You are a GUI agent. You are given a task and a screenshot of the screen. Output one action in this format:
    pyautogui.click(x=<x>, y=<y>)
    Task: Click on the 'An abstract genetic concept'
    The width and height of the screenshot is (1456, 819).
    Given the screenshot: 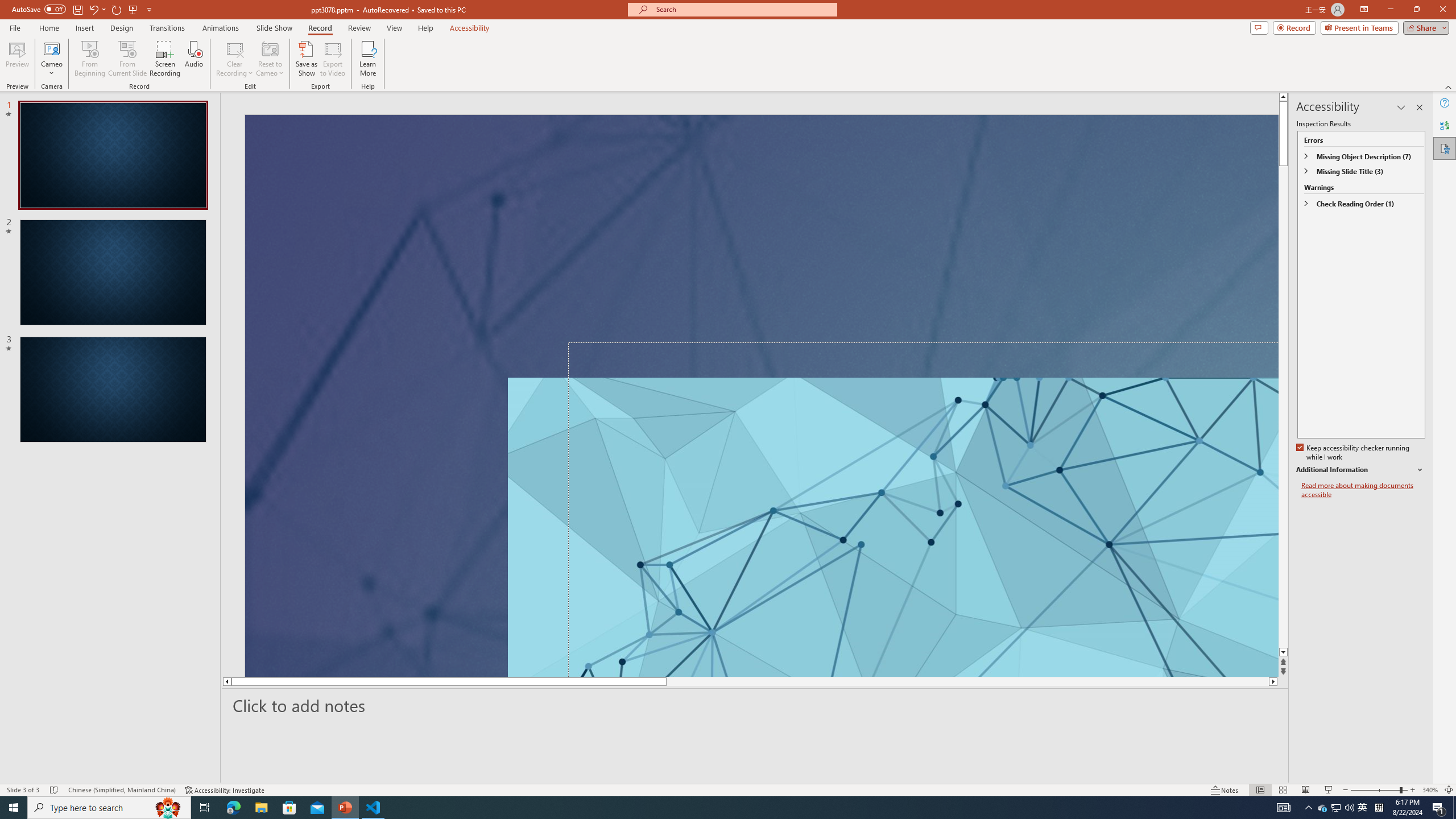 What is the action you would take?
    pyautogui.click(x=760, y=395)
    